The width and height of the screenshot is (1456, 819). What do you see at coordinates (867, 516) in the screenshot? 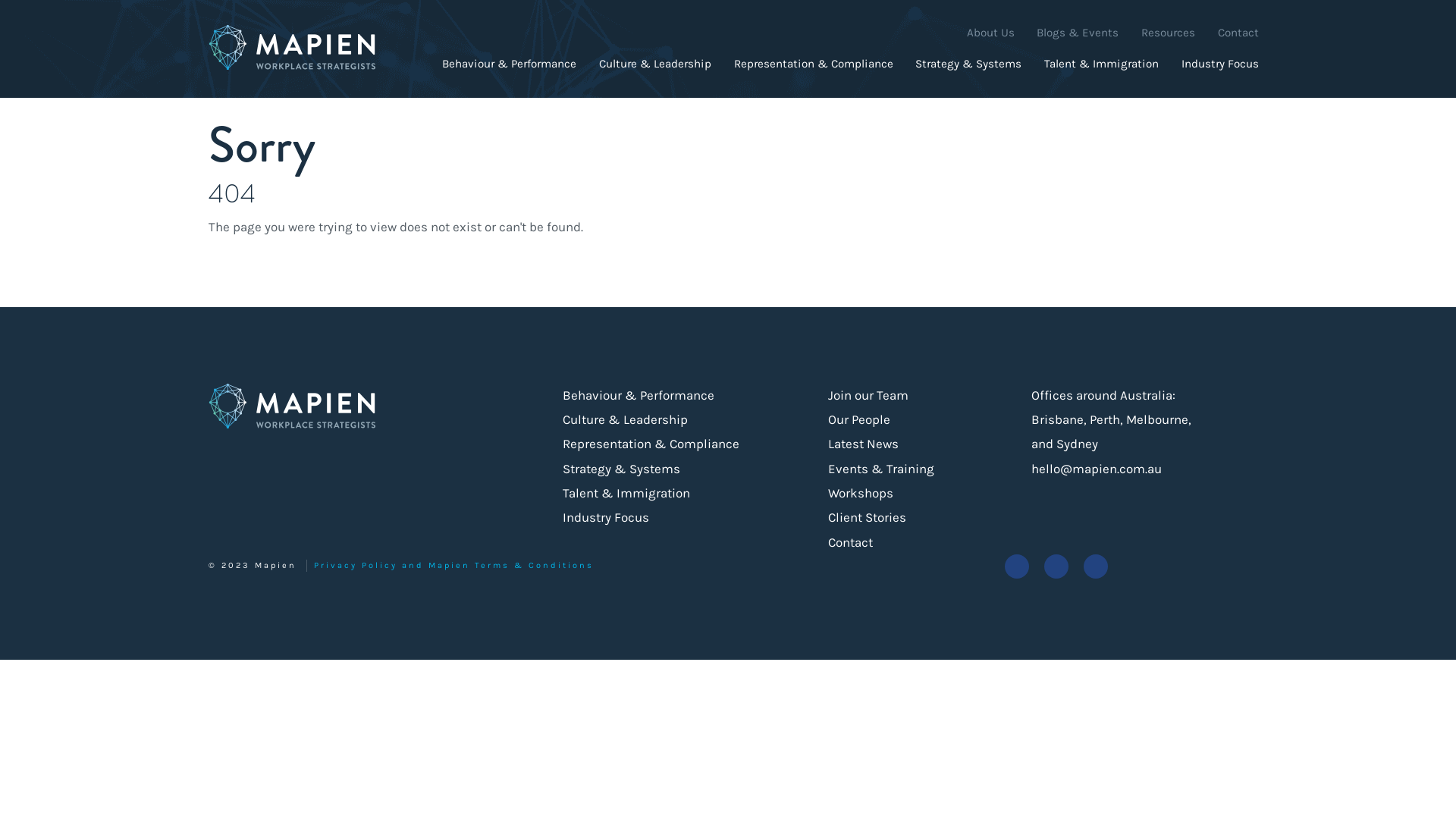
I see `'Client Stories'` at bounding box center [867, 516].